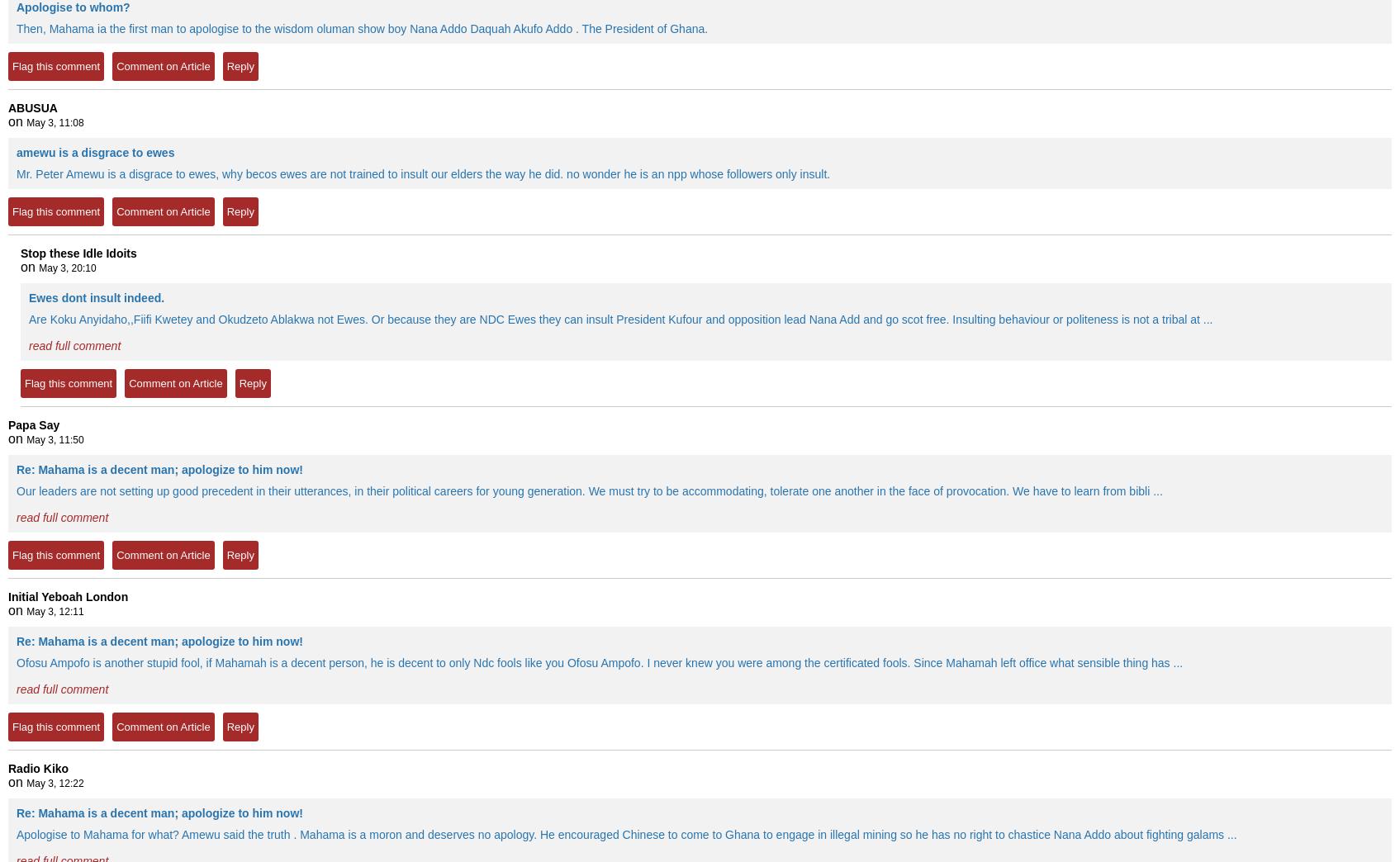  What do you see at coordinates (598, 662) in the screenshot?
I see `'Ofosu Ampofo is another stupid fool, if Mahamah is a decent person, he is decent to only Ndc fools like you Ofosu Ampofo.  I never knew you were among the certificated fools. Since Mahamah left office what sensible thing has  ...'` at bounding box center [598, 662].